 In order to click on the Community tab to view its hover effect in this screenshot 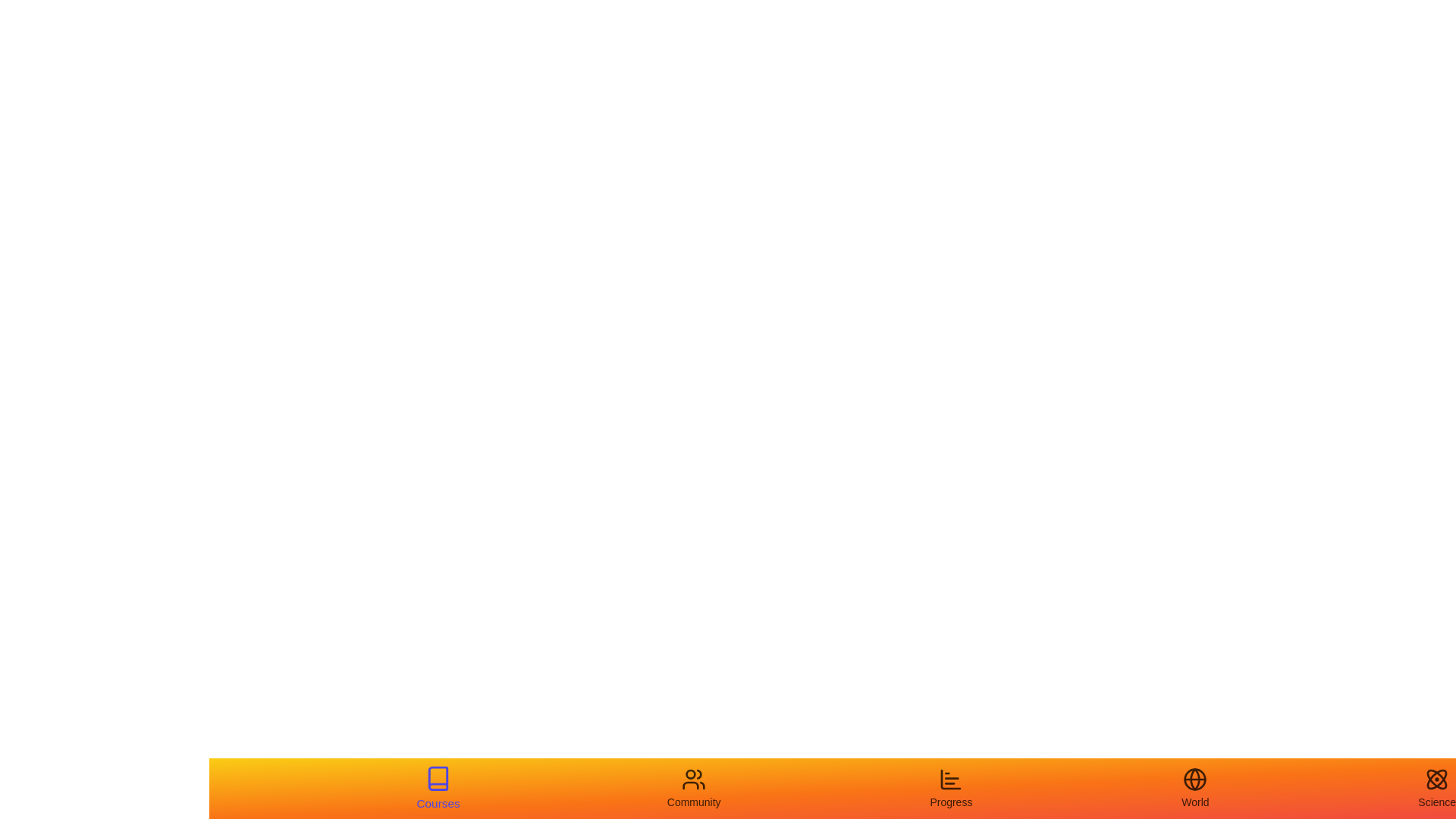, I will do `click(693, 788)`.